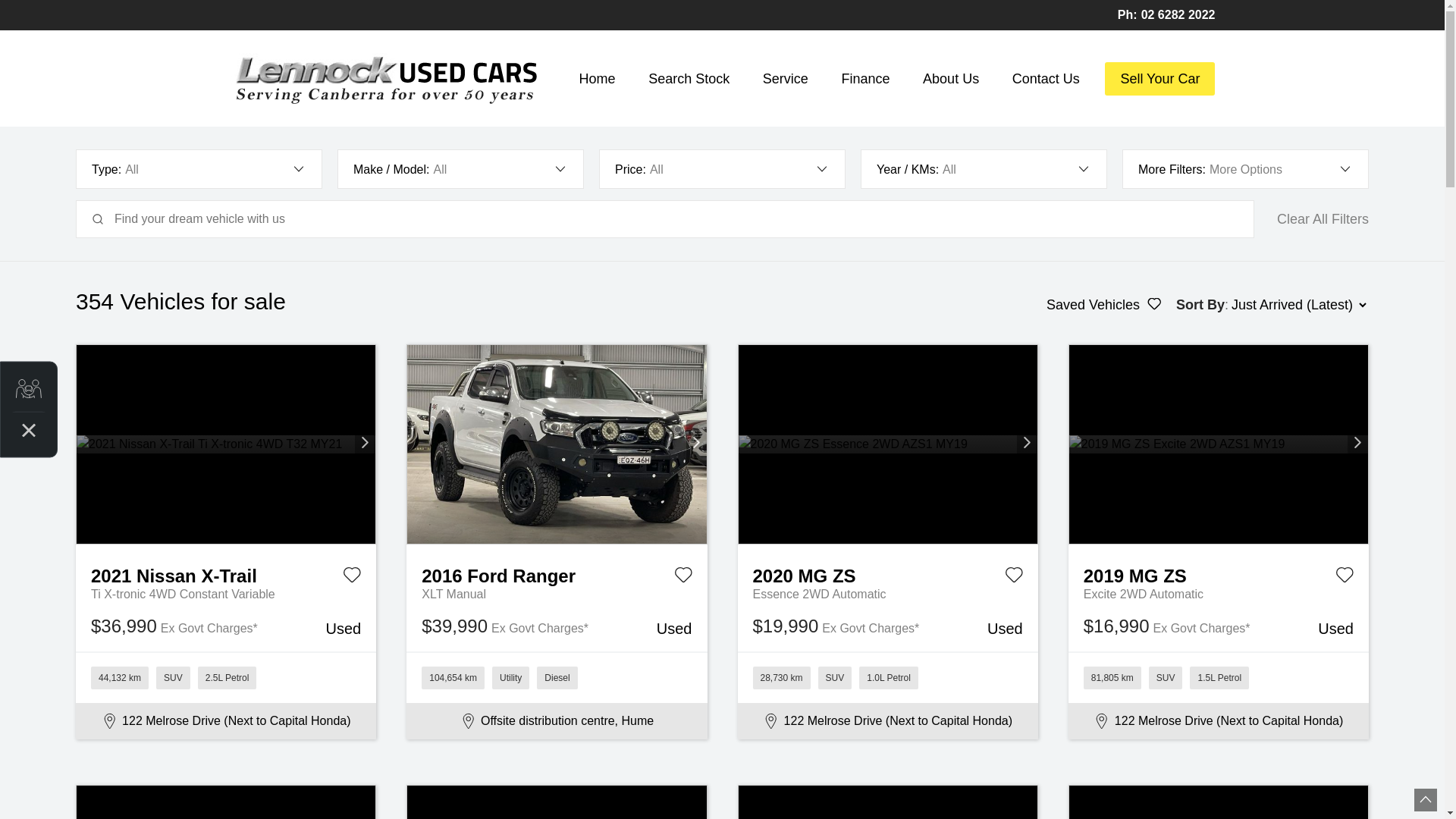 The image size is (1456, 819). What do you see at coordinates (688, 79) in the screenshot?
I see `'Search Stock'` at bounding box center [688, 79].